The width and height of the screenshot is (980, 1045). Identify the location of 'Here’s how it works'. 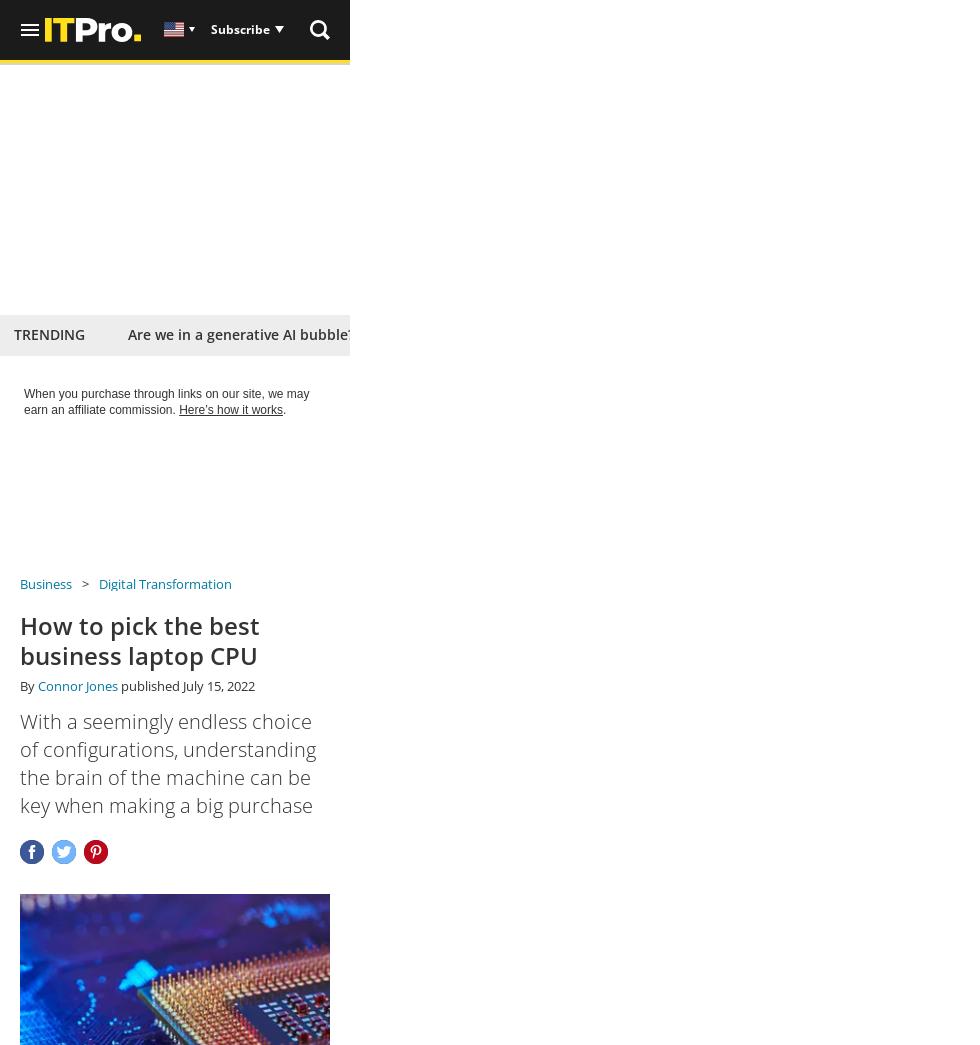
(230, 409).